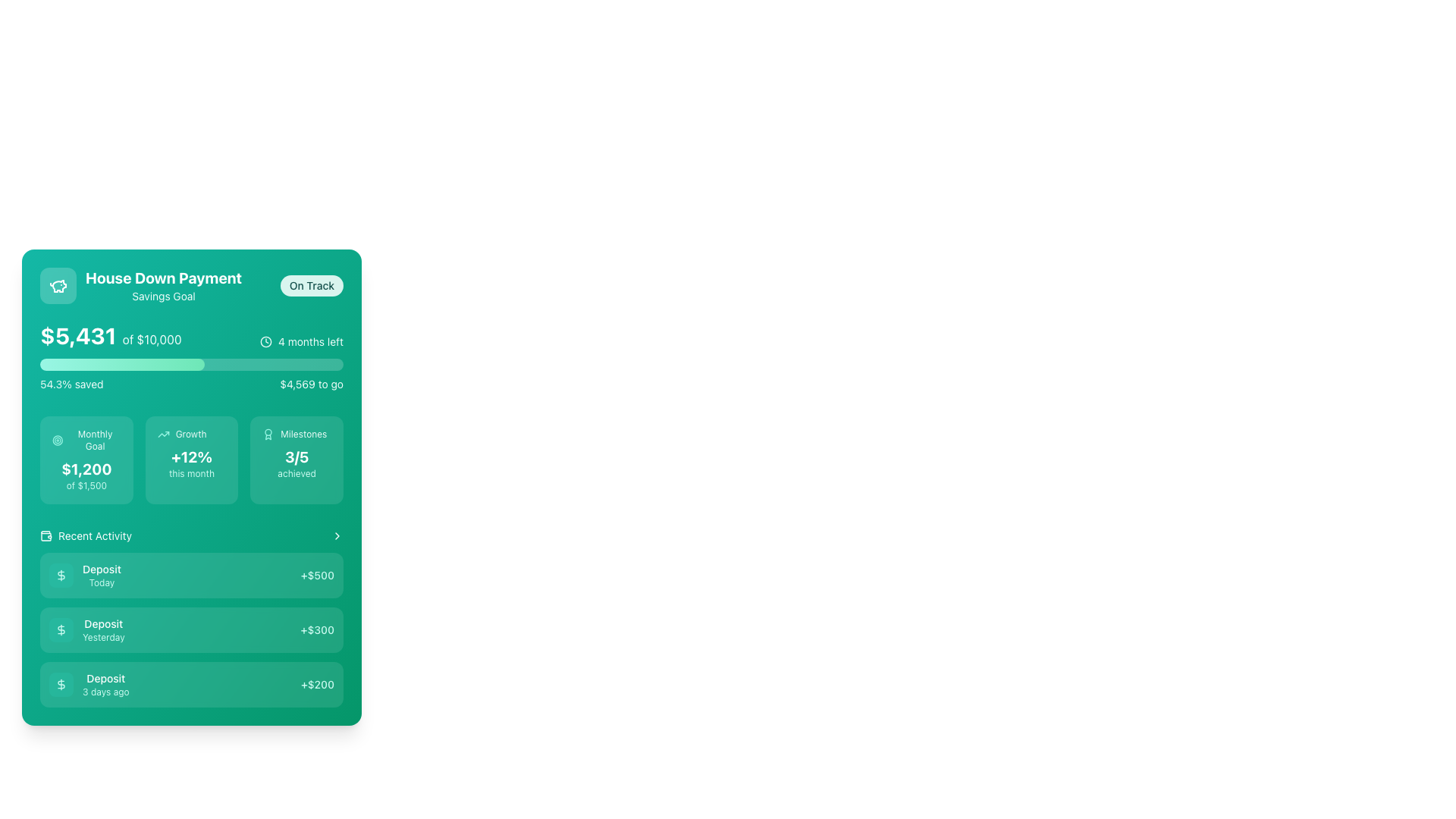  Describe the element at coordinates (191, 617) in the screenshot. I see `the Information card displaying 'Deposit' in the 'Recent Activity' section, which shows the amount '+$300' on the right` at that location.